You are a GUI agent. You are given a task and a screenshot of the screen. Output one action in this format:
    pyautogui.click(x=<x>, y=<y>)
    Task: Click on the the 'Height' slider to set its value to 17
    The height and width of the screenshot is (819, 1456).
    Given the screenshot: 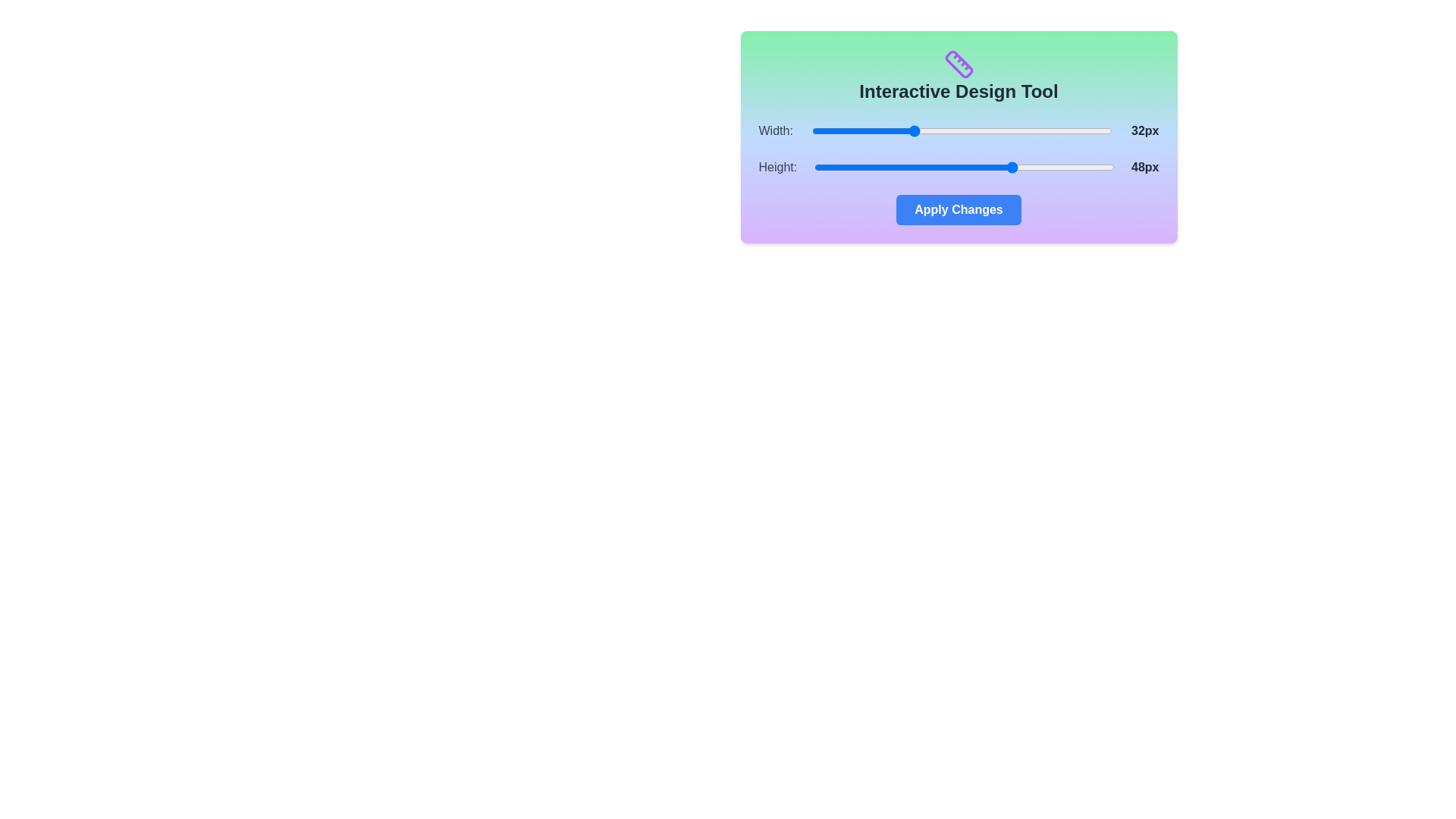 What is the action you would take?
    pyautogui.click(x=819, y=167)
    